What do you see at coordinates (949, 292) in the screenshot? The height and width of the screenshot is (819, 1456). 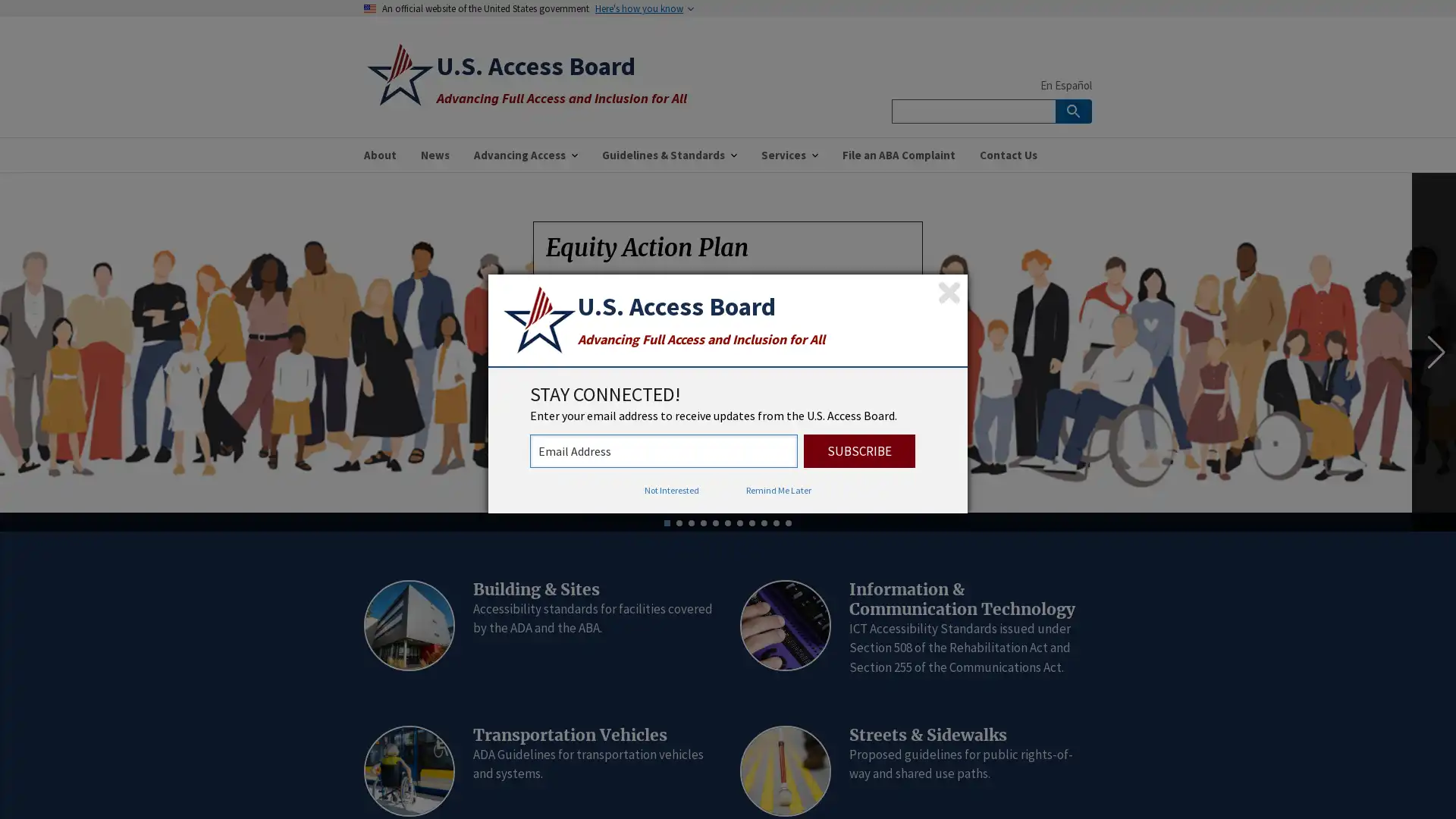 I see `Close subscription dialog` at bounding box center [949, 292].